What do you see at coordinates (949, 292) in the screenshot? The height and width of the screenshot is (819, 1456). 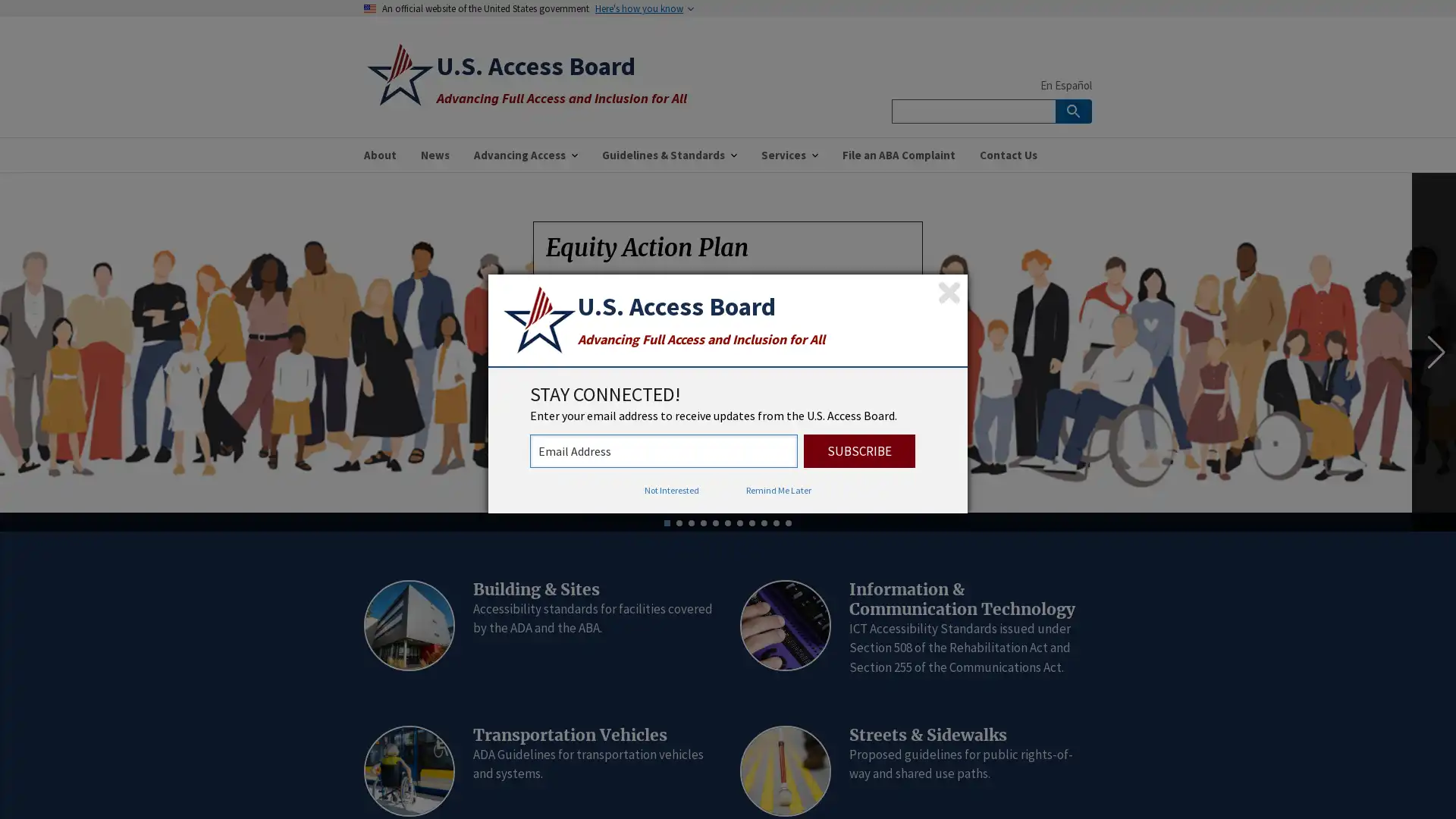 I see `Close subscription dialog` at bounding box center [949, 292].